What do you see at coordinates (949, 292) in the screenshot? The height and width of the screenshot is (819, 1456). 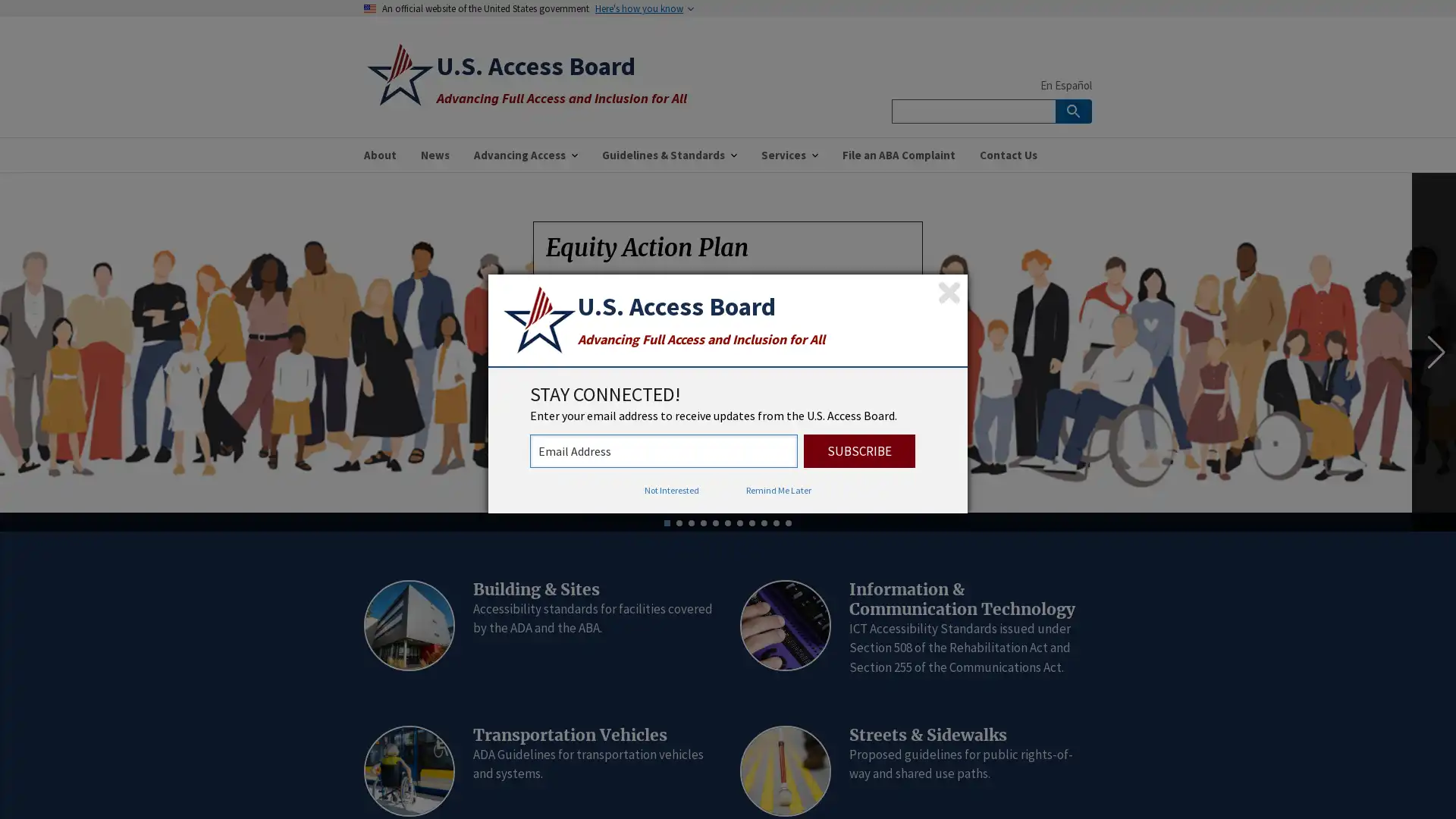 I see `Close subscription dialog` at bounding box center [949, 292].